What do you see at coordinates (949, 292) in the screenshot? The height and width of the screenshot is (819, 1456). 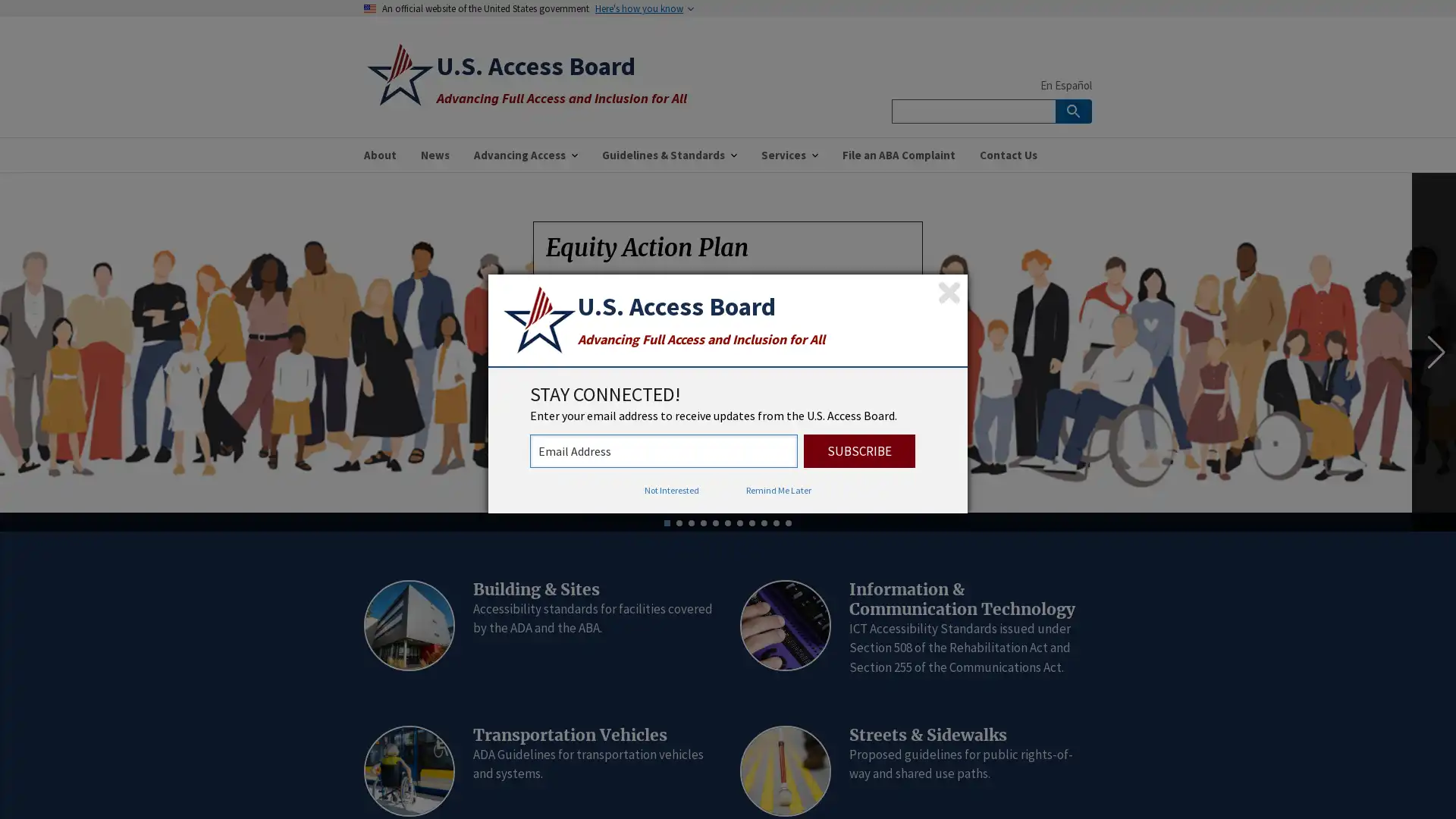 I see `Close subscription dialog` at bounding box center [949, 292].